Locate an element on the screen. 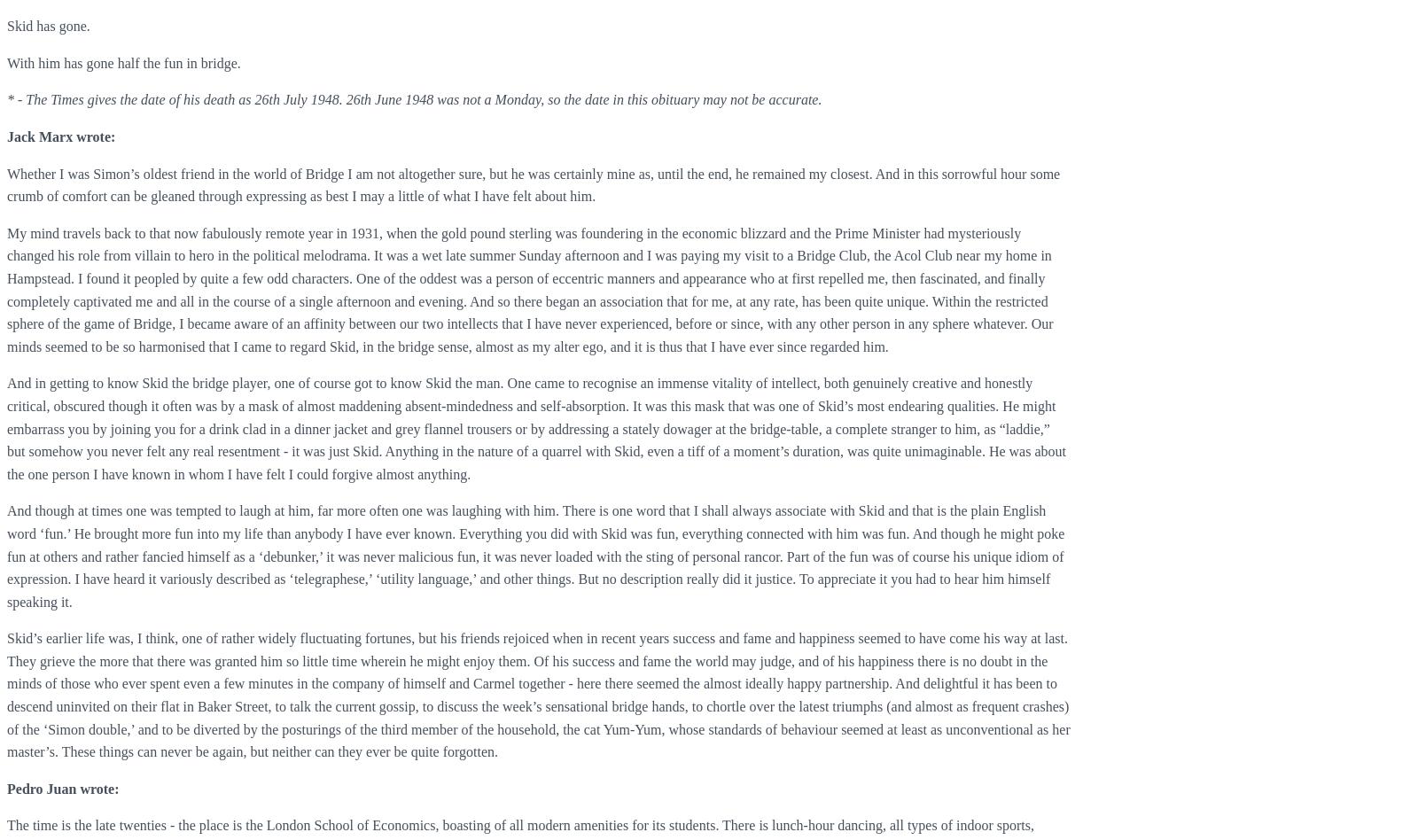 Image resolution: width=1418 pixels, height=840 pixels. 'Skid has gone.' is located at coordinates (47, 26).